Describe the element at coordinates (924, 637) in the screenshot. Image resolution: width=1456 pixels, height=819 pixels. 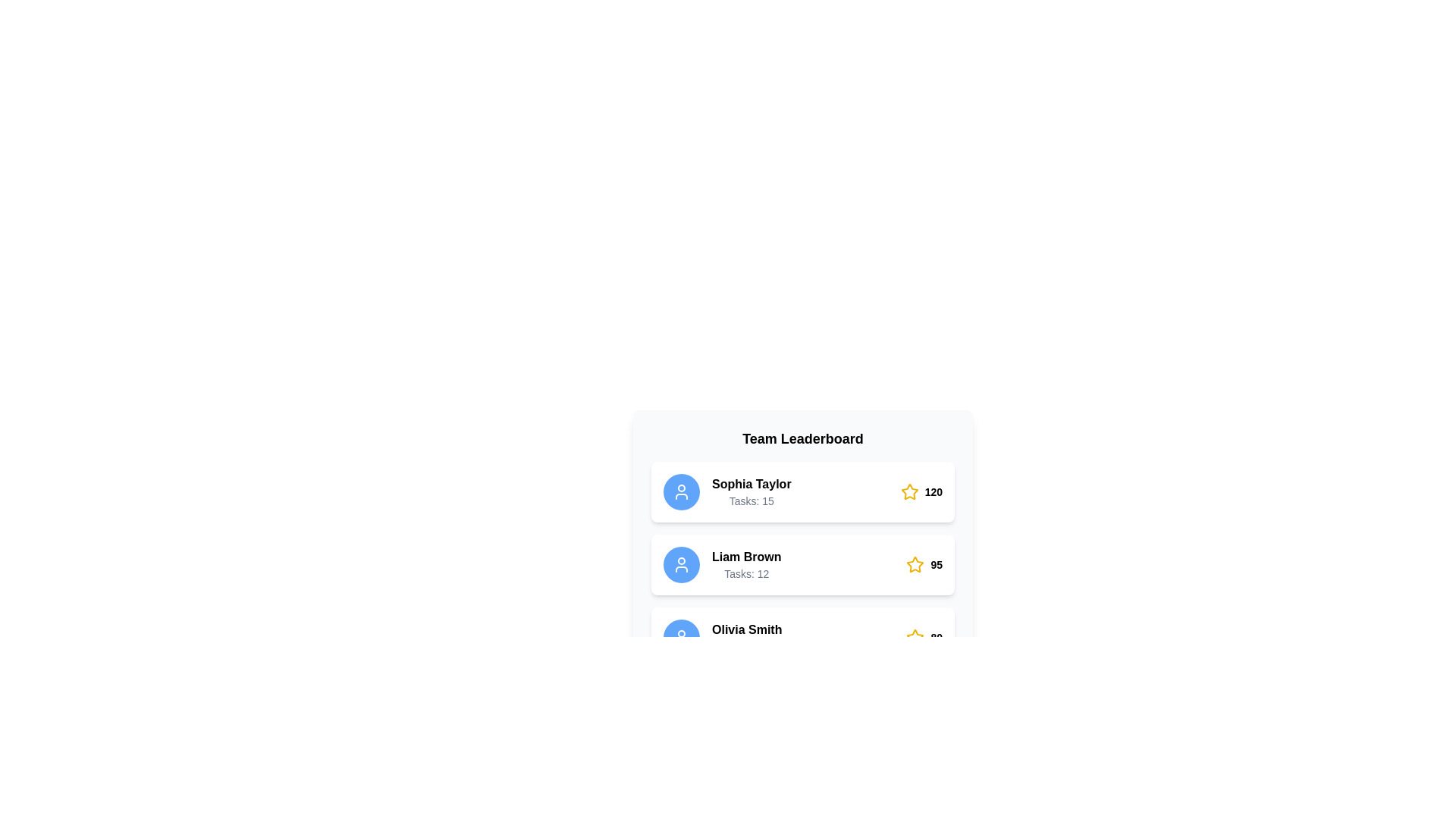
I see `the Rating indicator for Olivia Smith, which is represented by a star icon followed by the number '80', located at the far right of the bottommost card` at that location.